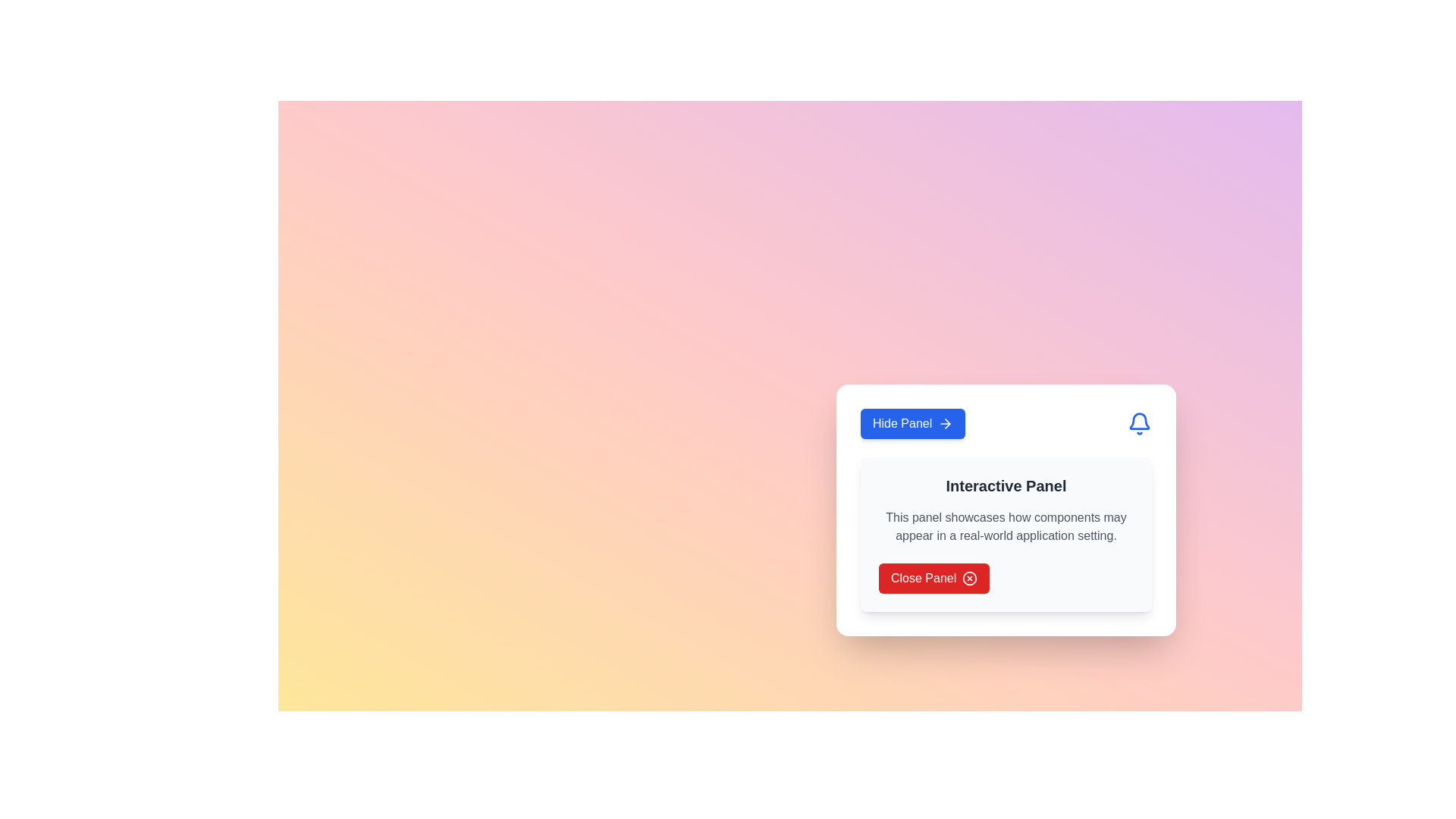 The height and width of the screenshot is (819, 1456). Describe the element at coordinates (969, 579) in the screenshot. I see `the 'Close Panel' icon located at the bottom central section of the interactive panel layout to visualize tooltips if applicable` at that location.